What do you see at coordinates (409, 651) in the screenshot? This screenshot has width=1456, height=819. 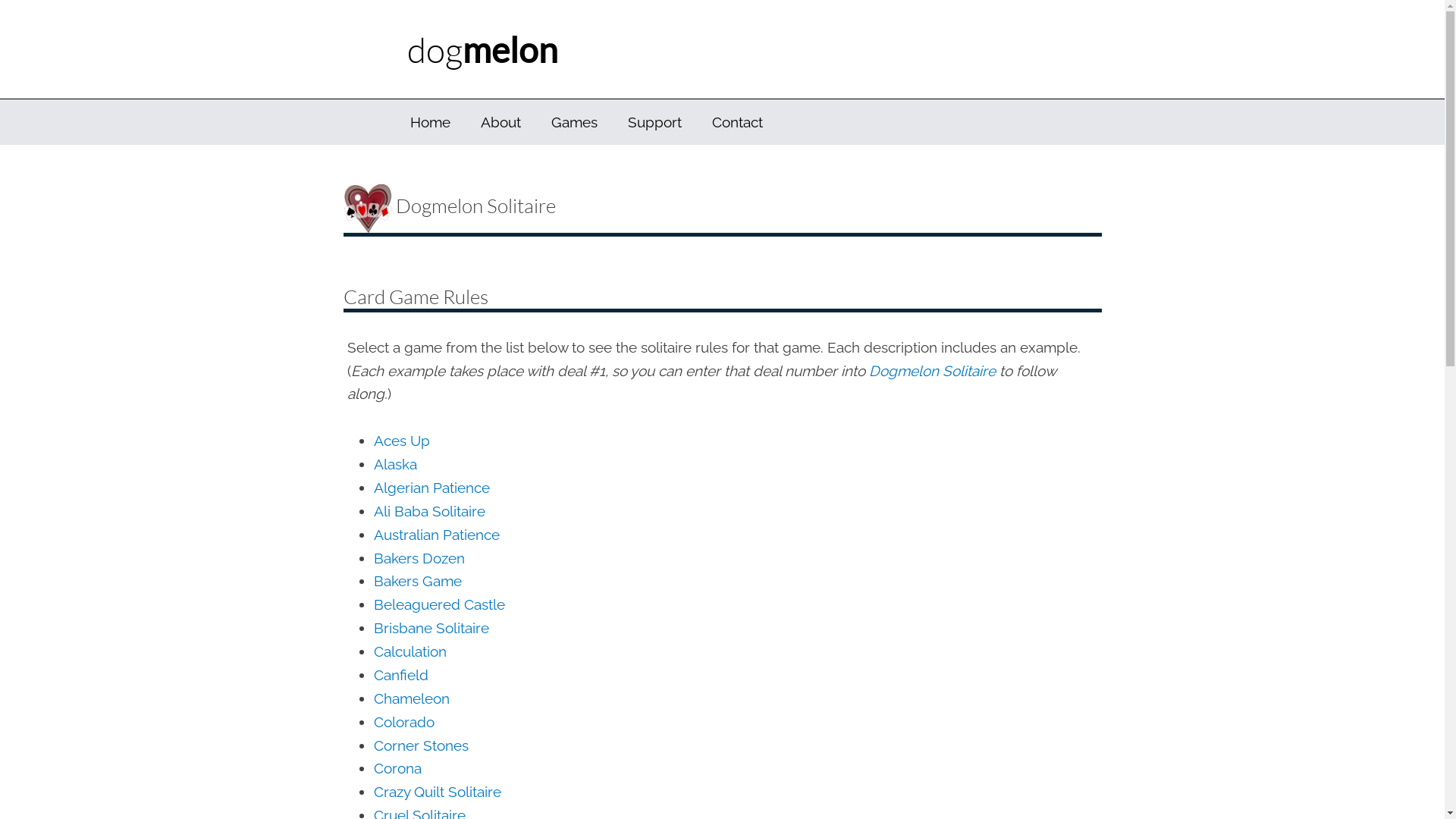 I see `'Calculation'` at bounding box center [409, 651].